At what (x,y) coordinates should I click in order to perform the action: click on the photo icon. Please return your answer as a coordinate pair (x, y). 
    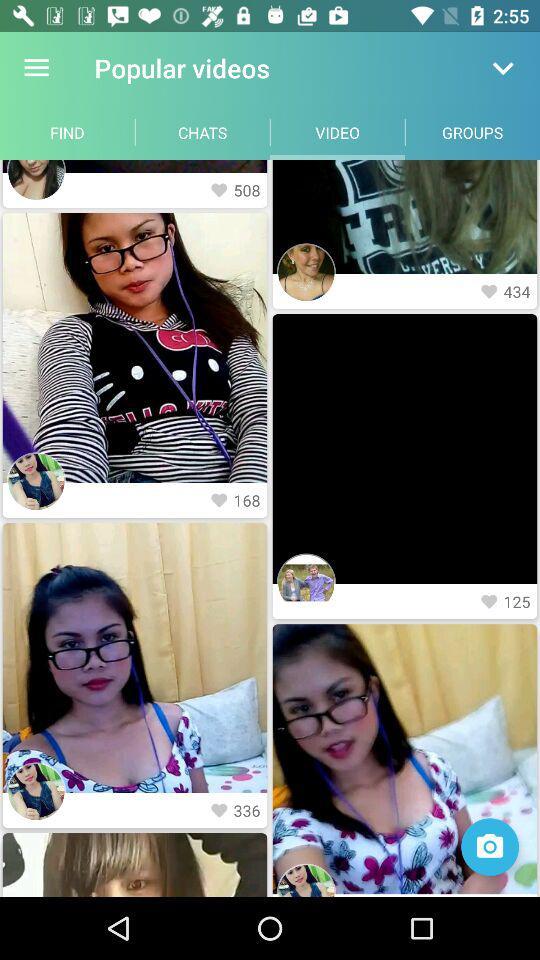
    Looking at the image, I should click on (489, 846).